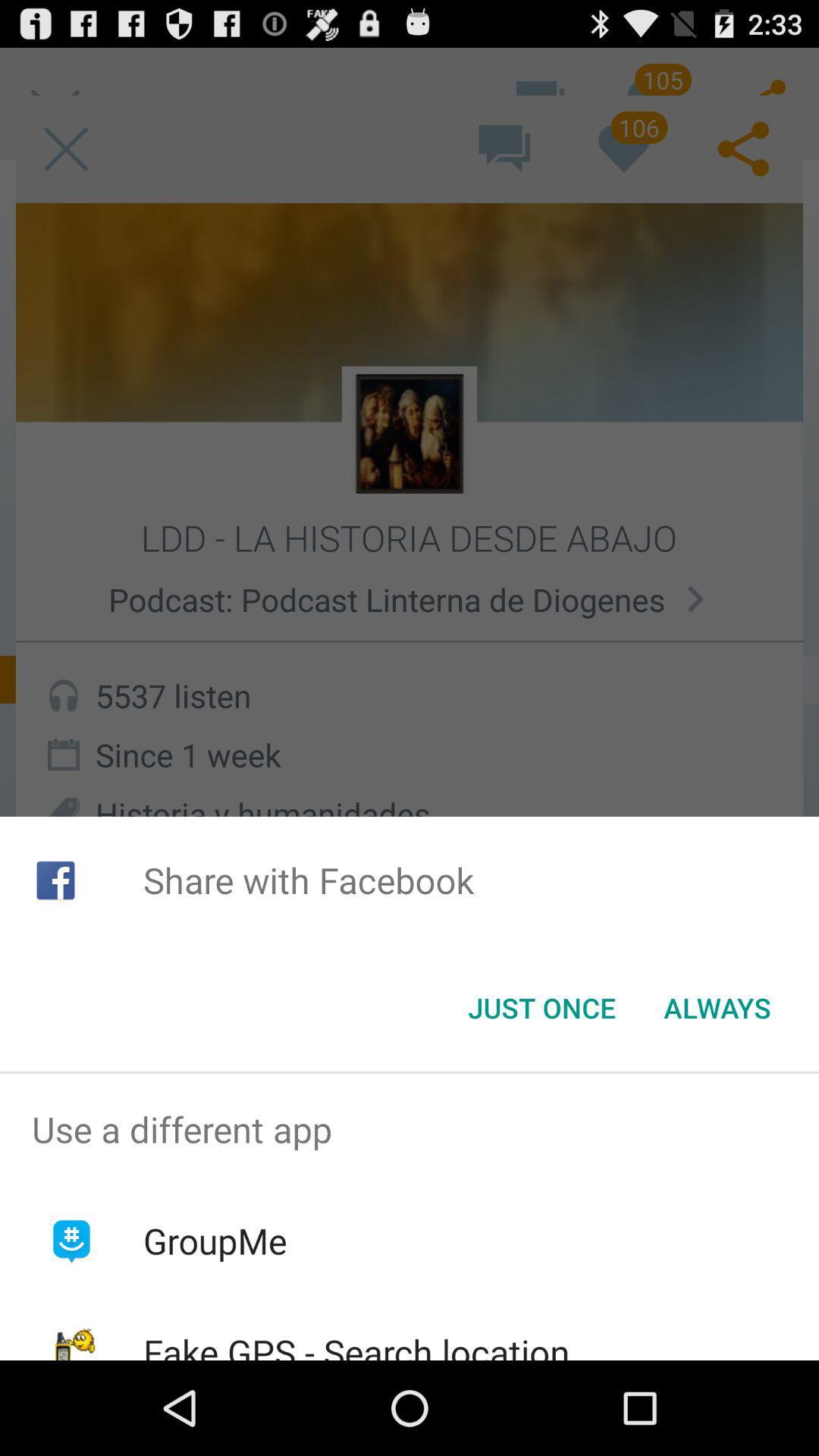 This screenshot has width=819, height=1456. Describe the element at coordinates (541, 1008) in the screenshot. I see `the icon next to always` at that location.